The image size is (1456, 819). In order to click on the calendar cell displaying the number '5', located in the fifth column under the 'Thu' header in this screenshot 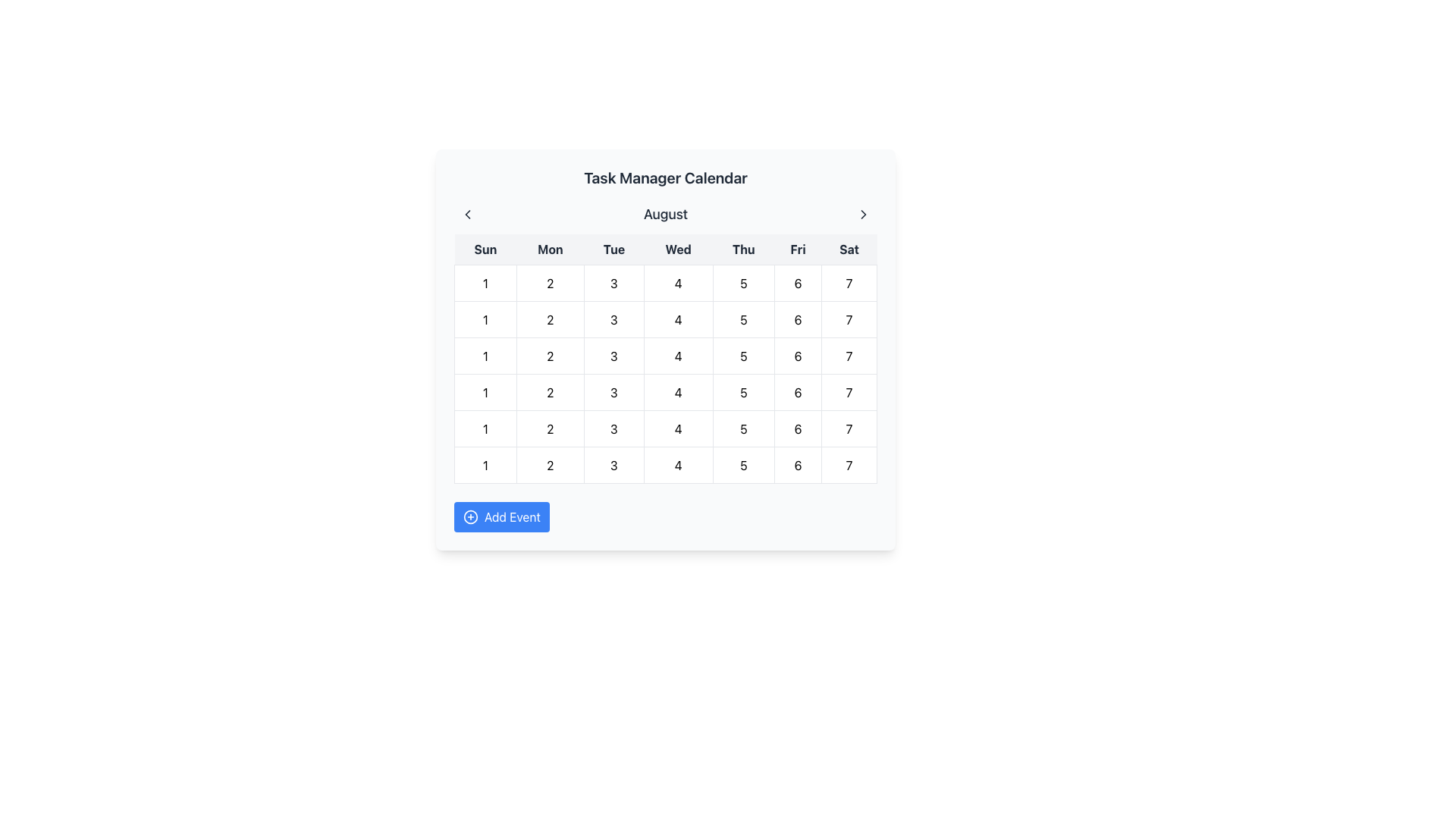, I will do `click(743, 391)`.